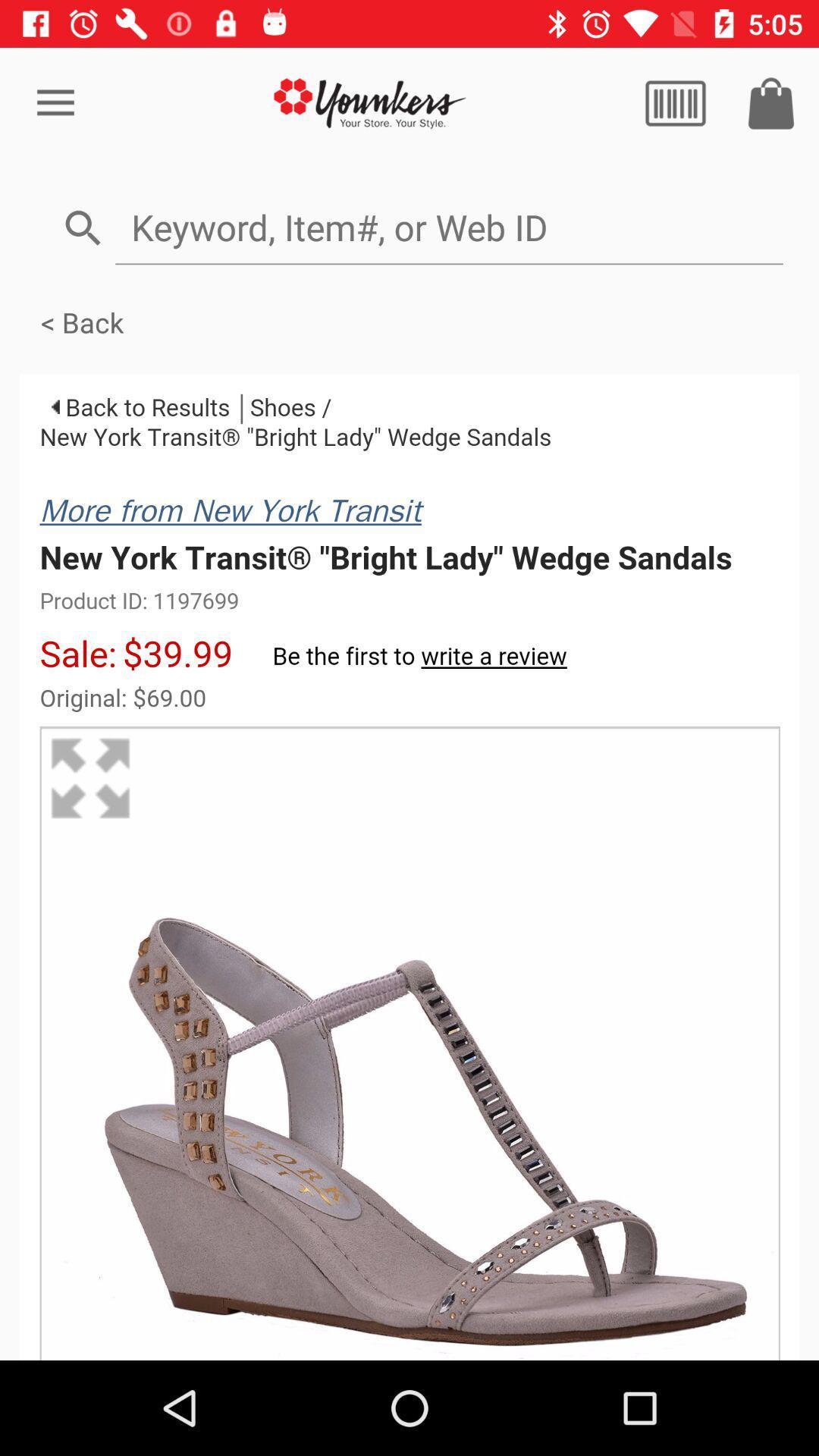 The height and width of the screenshot is (1456, 819). Describe the element at coordinates (369, 102) in the screenshot. I see `advertisement page` at that location.